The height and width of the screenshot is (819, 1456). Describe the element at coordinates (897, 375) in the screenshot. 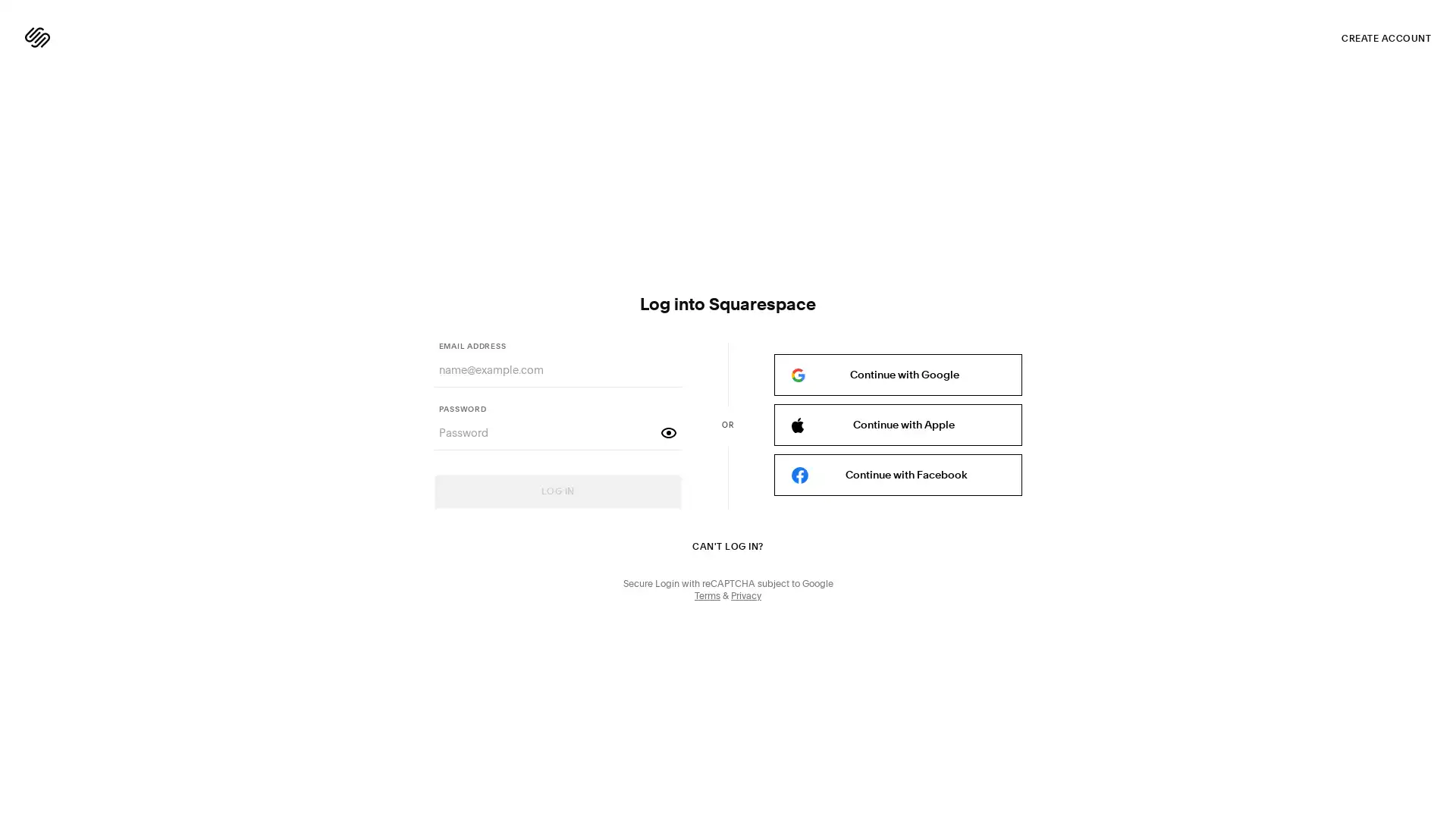

I see `Continue with Google` at that location.